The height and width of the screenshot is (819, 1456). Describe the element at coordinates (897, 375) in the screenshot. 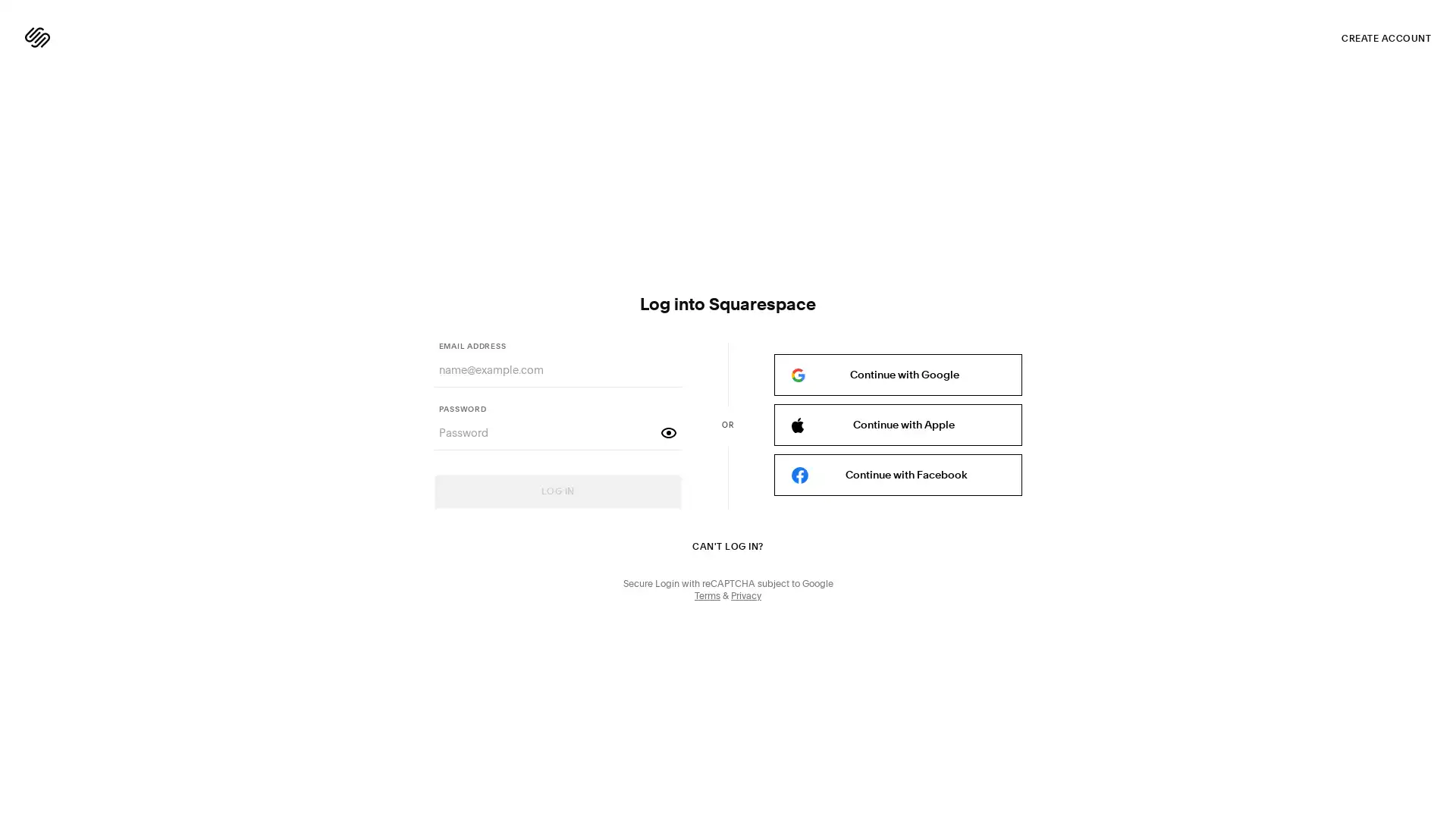

I see `Continue with Google` at that location.